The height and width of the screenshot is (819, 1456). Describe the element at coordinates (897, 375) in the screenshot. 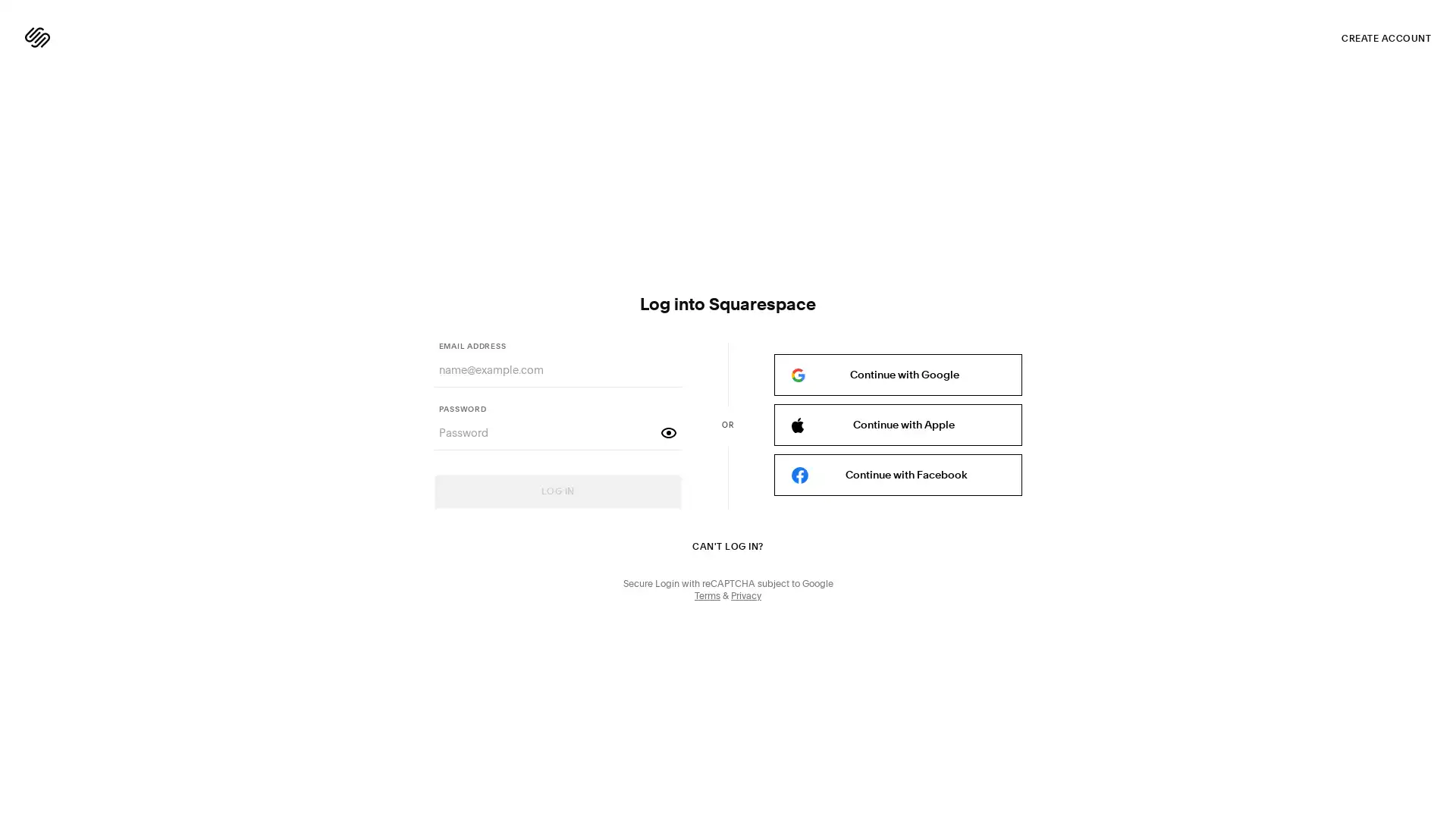

I see `Continue with Google` at that location.